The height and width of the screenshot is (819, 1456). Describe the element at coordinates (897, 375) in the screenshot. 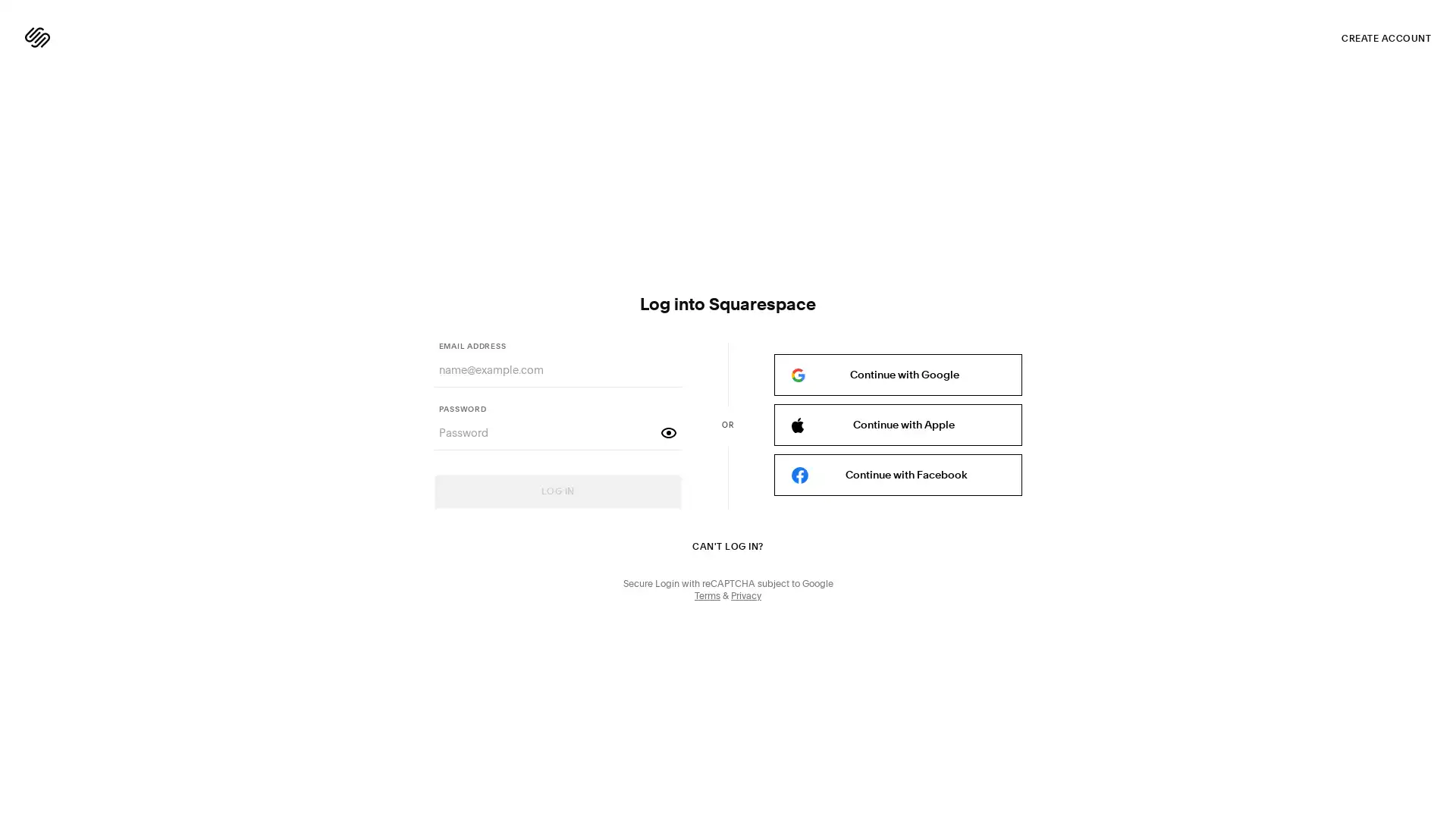

I see `Continue with Google` at that location.